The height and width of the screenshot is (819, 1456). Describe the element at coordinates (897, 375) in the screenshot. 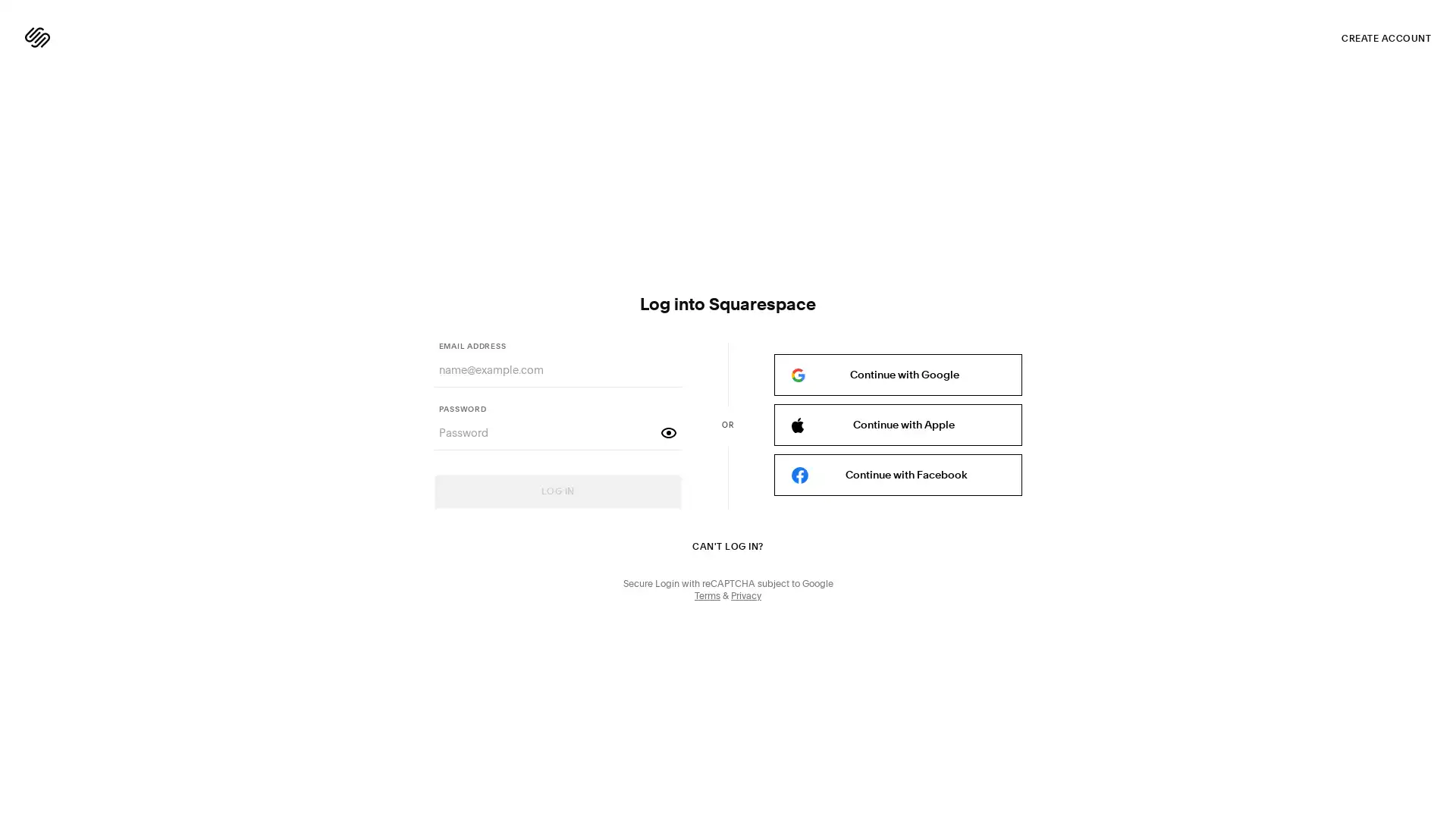

I see `Continue with Google` at that location.